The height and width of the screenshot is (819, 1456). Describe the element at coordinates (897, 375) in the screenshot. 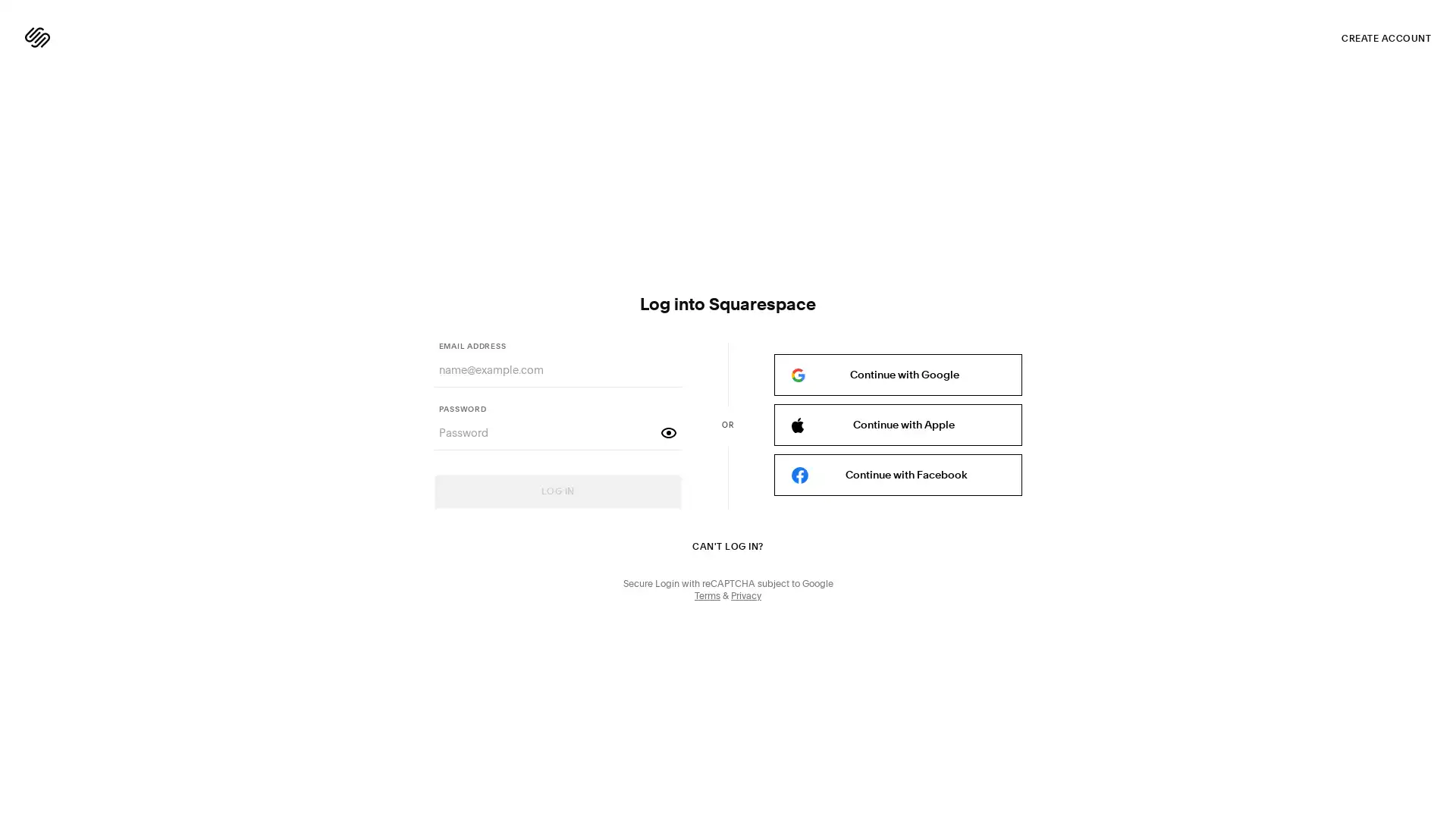

I see `Continue with Google` at that location.